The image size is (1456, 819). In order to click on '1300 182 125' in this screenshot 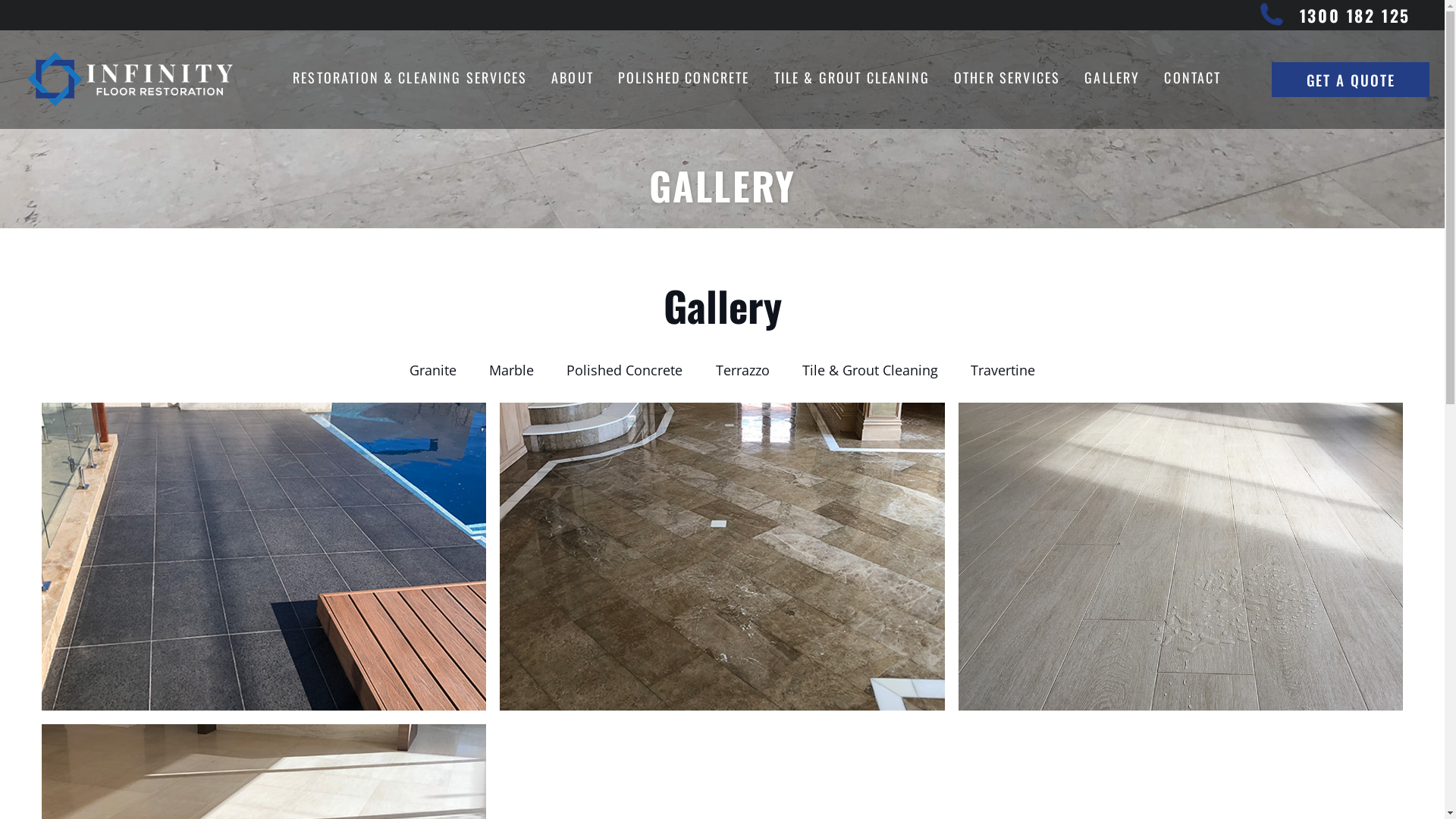, I will do `click(1354, 14)`.